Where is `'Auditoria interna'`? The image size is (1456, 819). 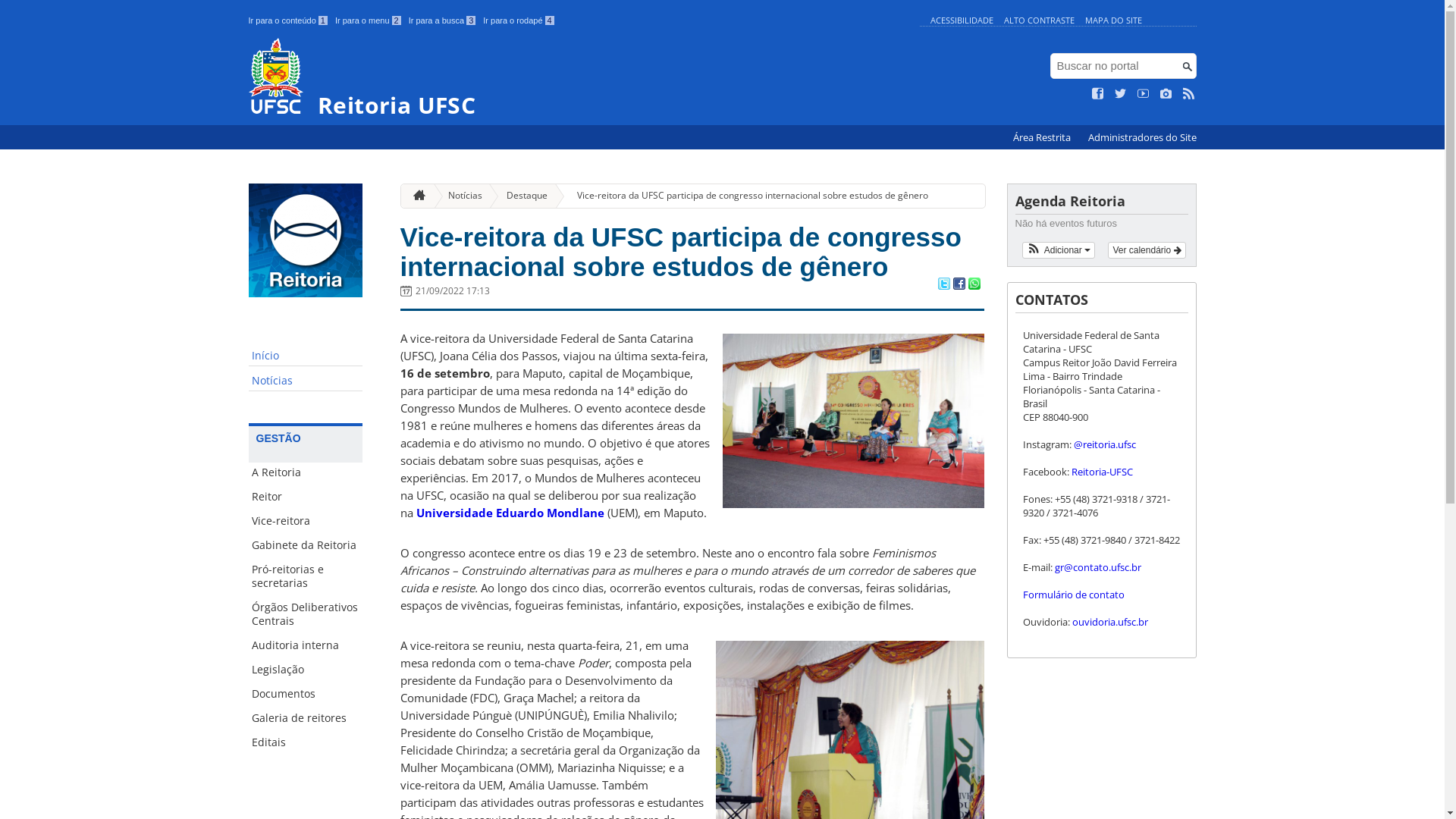
'Auditoria interna' is located at coordinates (305, 645).